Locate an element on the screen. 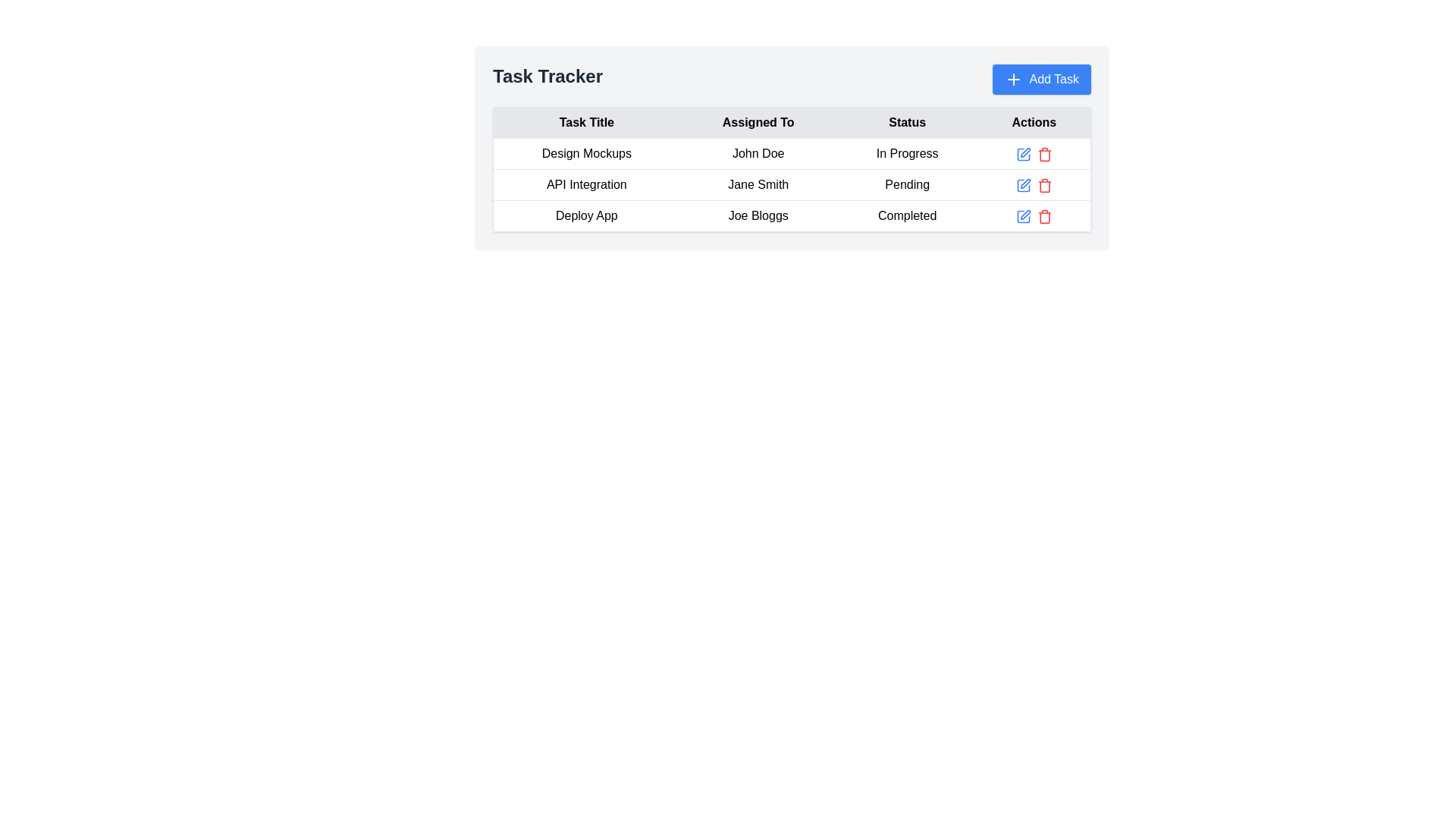 The image size is (1456, 819). task details from the second row of the table within the 'Task Tracker' section, which displays the title, assignee, and status of the task is located at coordinates (791, 184).